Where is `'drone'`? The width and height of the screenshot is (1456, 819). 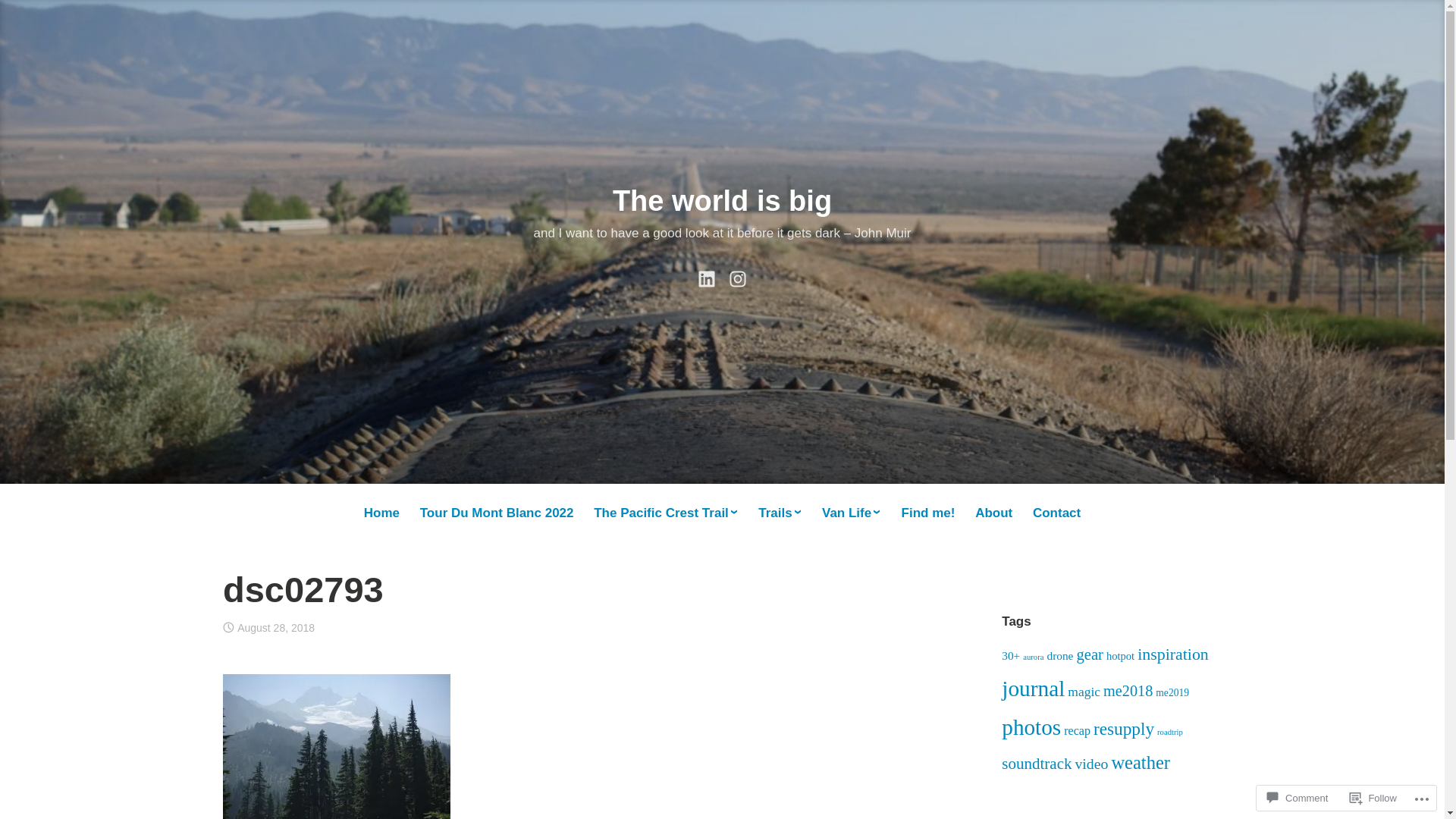
'drone' is located at coordinates (1059, 654).